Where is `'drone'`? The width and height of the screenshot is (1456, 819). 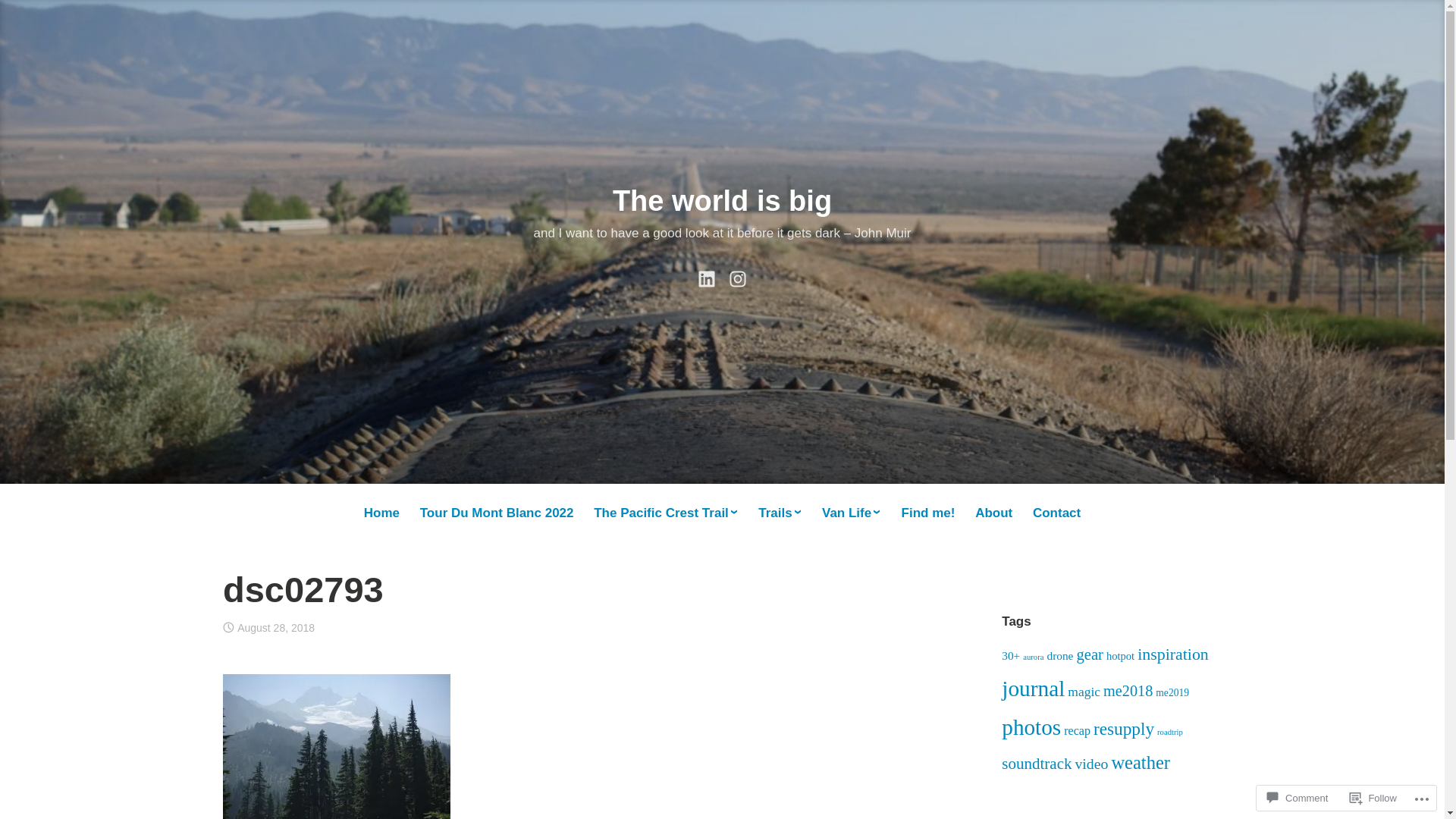
'drone' is located at coordinates (1059, 654).